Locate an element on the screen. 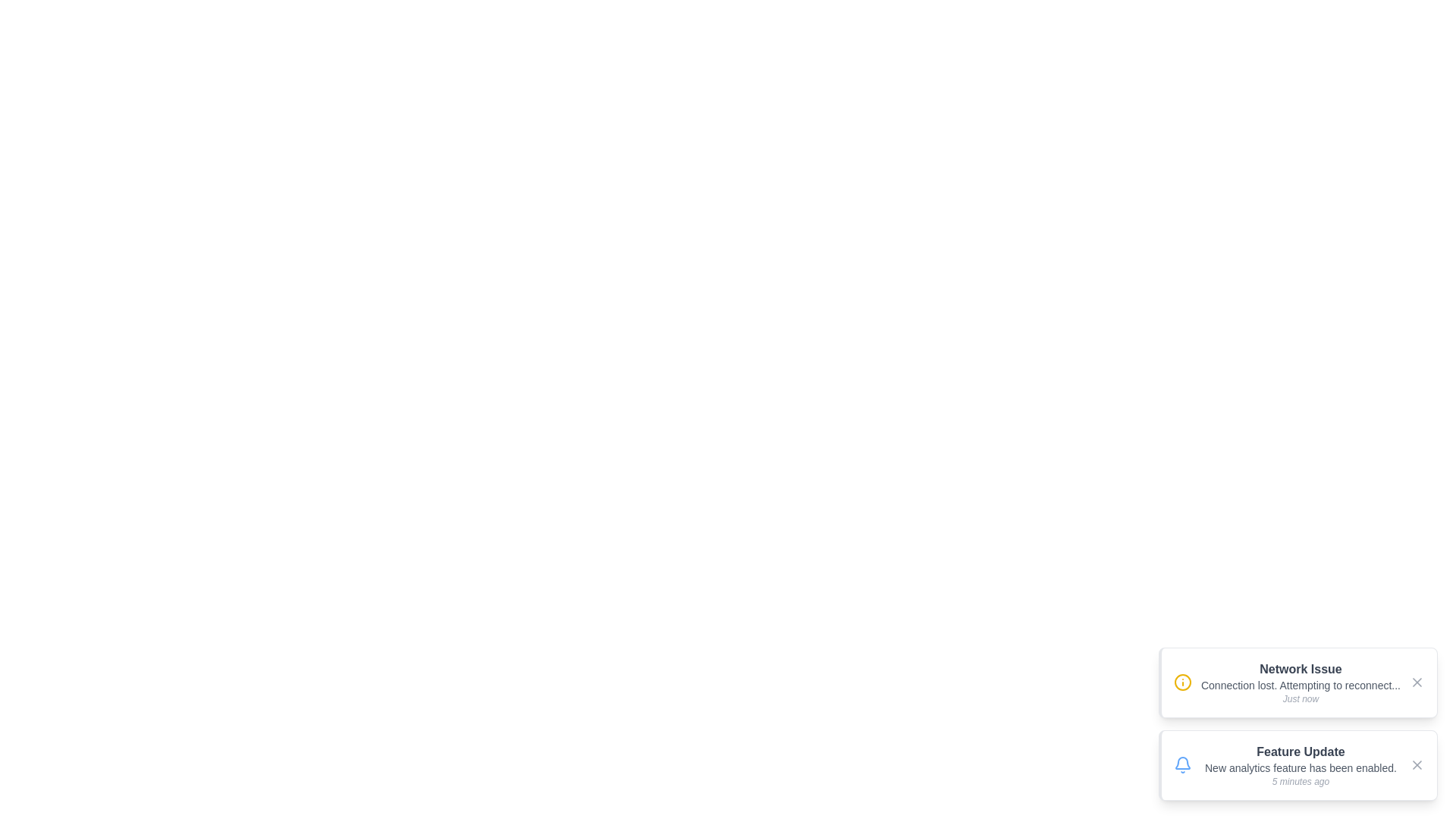 This screenshot has height=819, width=1456. the notification icon for Network Issue is located at coordinates (1182, 682).